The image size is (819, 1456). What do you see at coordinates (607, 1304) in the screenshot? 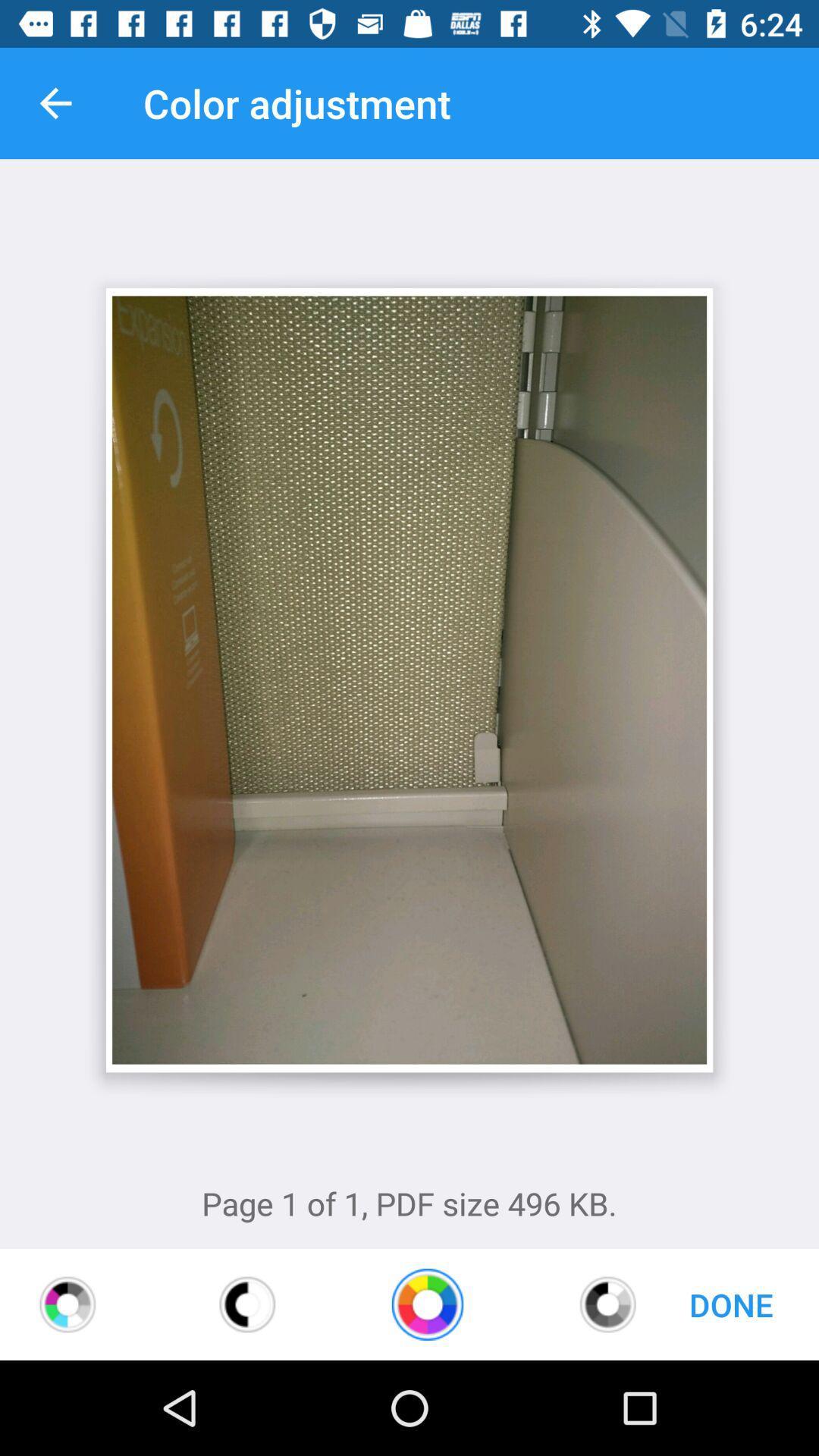
I see `the icon to the left of the done` at bounding box center [607, 1304].